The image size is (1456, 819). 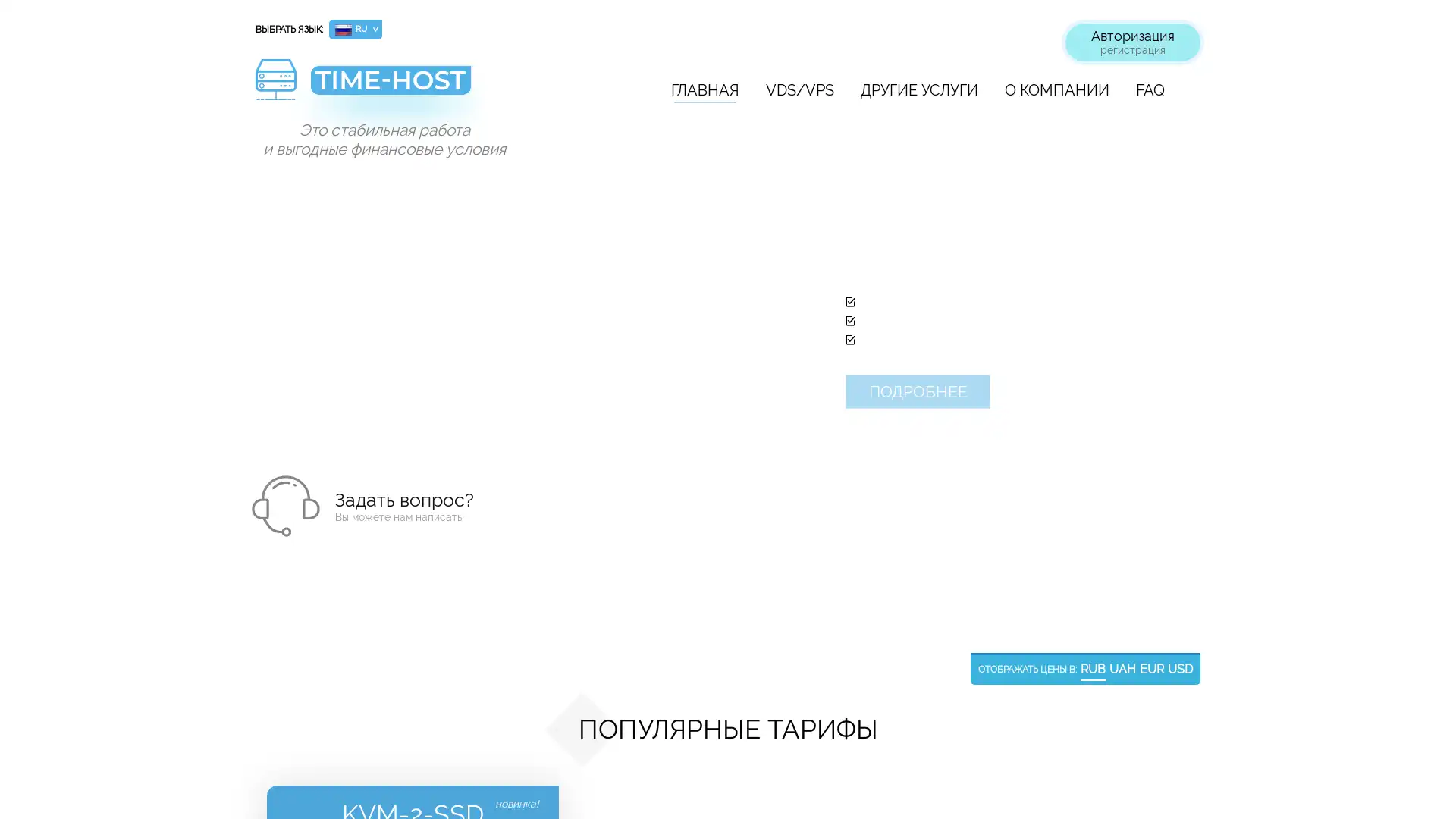 What do you see at coordinates (355, 227) in the screenshot?
I see `sv SV` at bounding box center [355, 227].